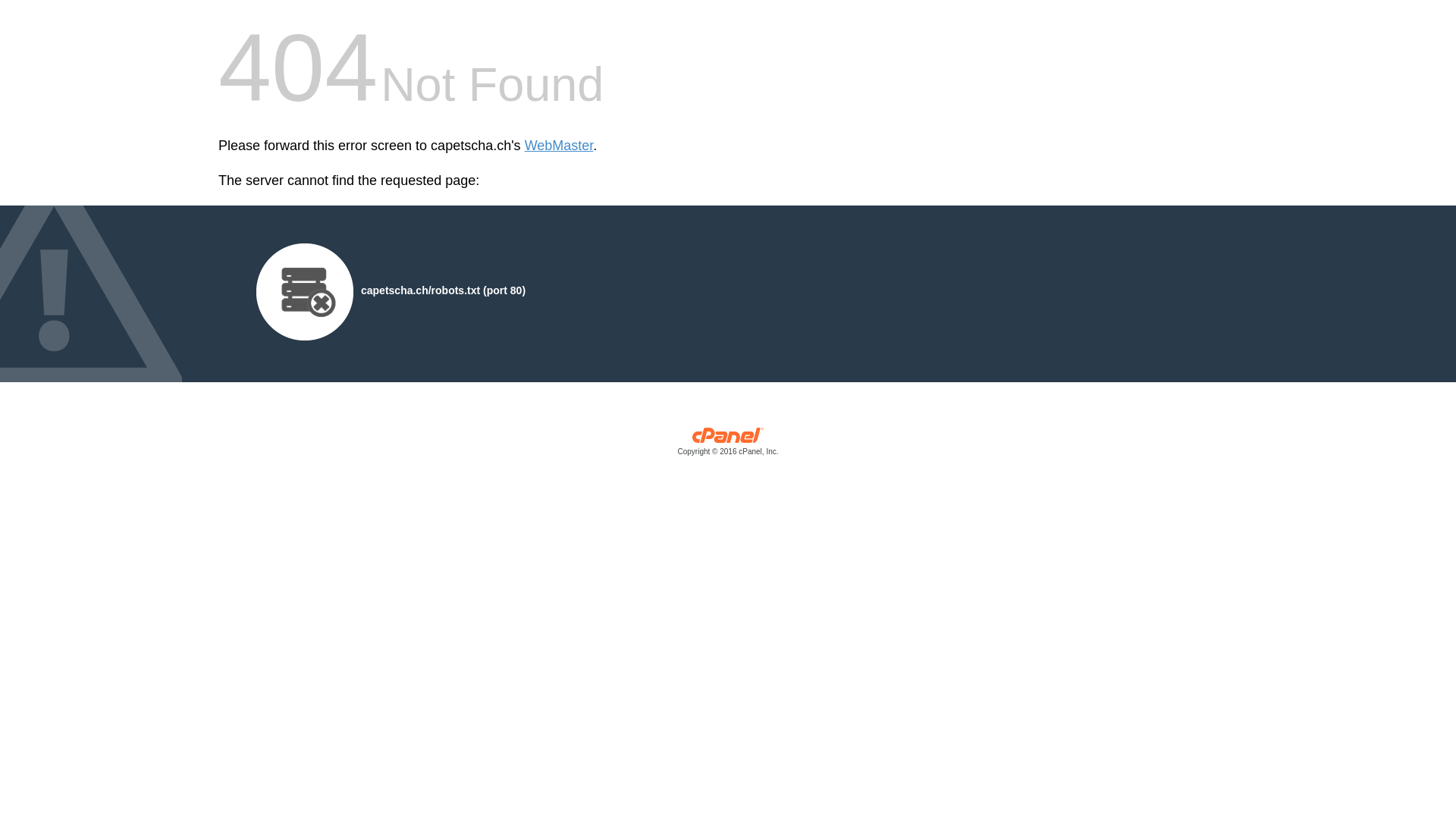  What do you see at coordinates (524, 146) in the screenshot?
I see `'WebMaster'` at bounding box center [524, 146].